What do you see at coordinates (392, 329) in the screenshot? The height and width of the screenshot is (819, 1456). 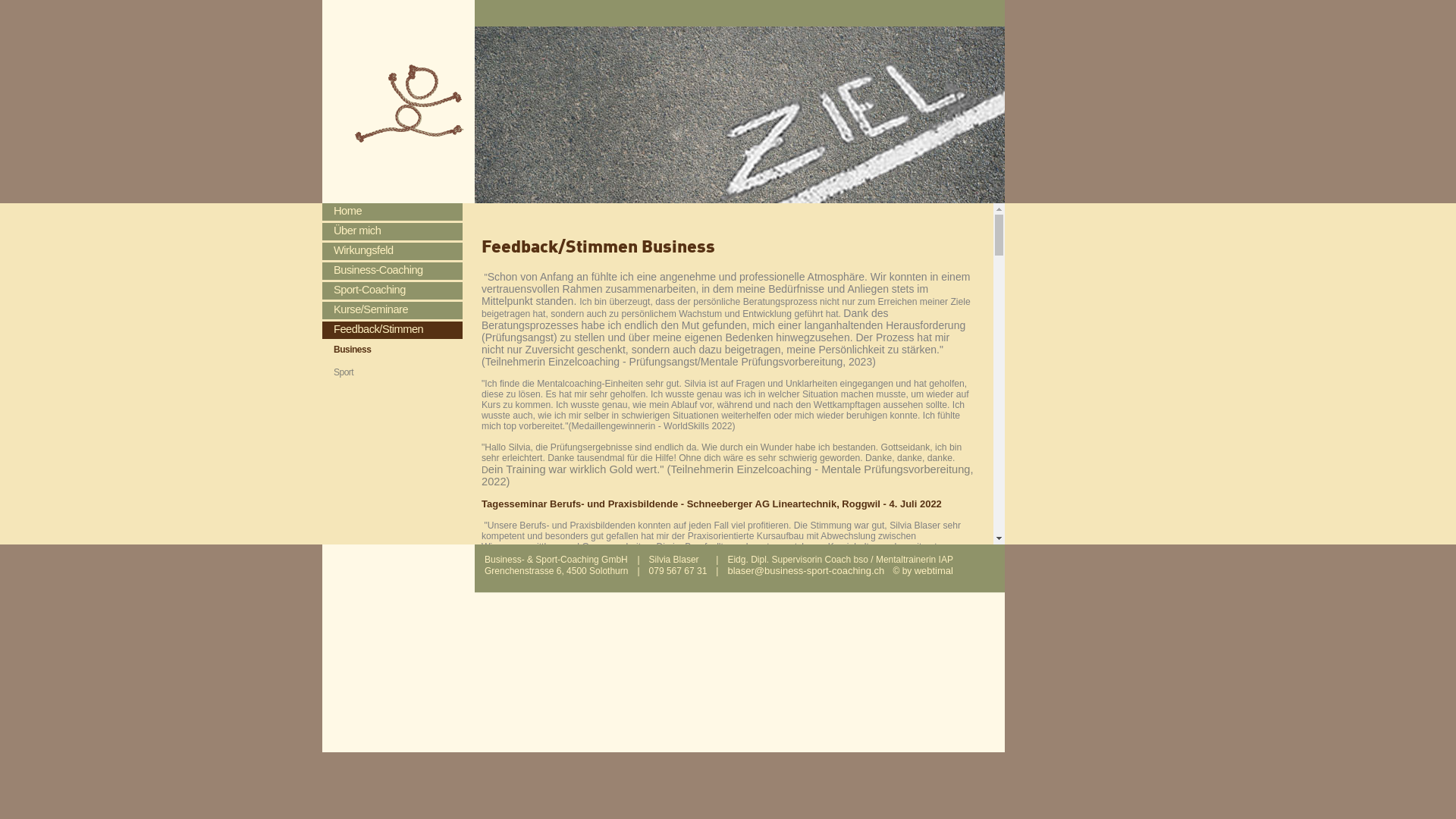 I see `'Feedback/Stimmen'` at bounding box center [392, 329].